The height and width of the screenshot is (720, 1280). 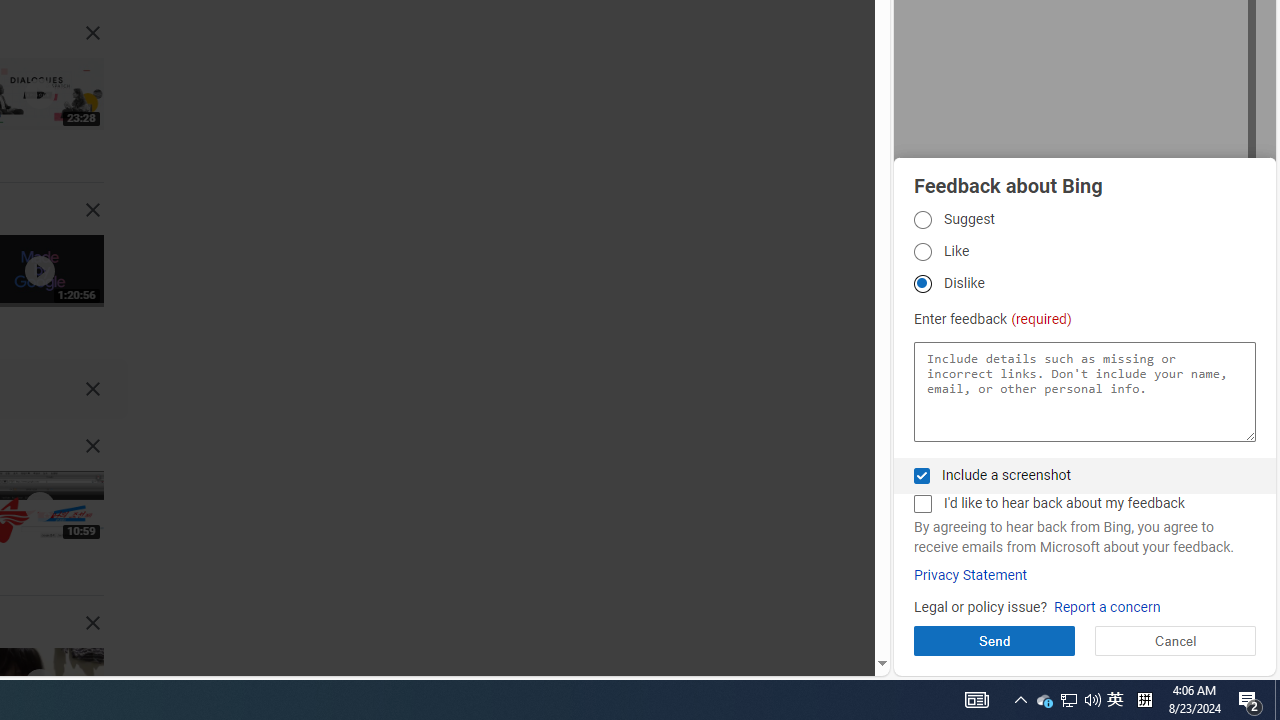 I want to click on 'Cancel', so click(x=1175, y=640).